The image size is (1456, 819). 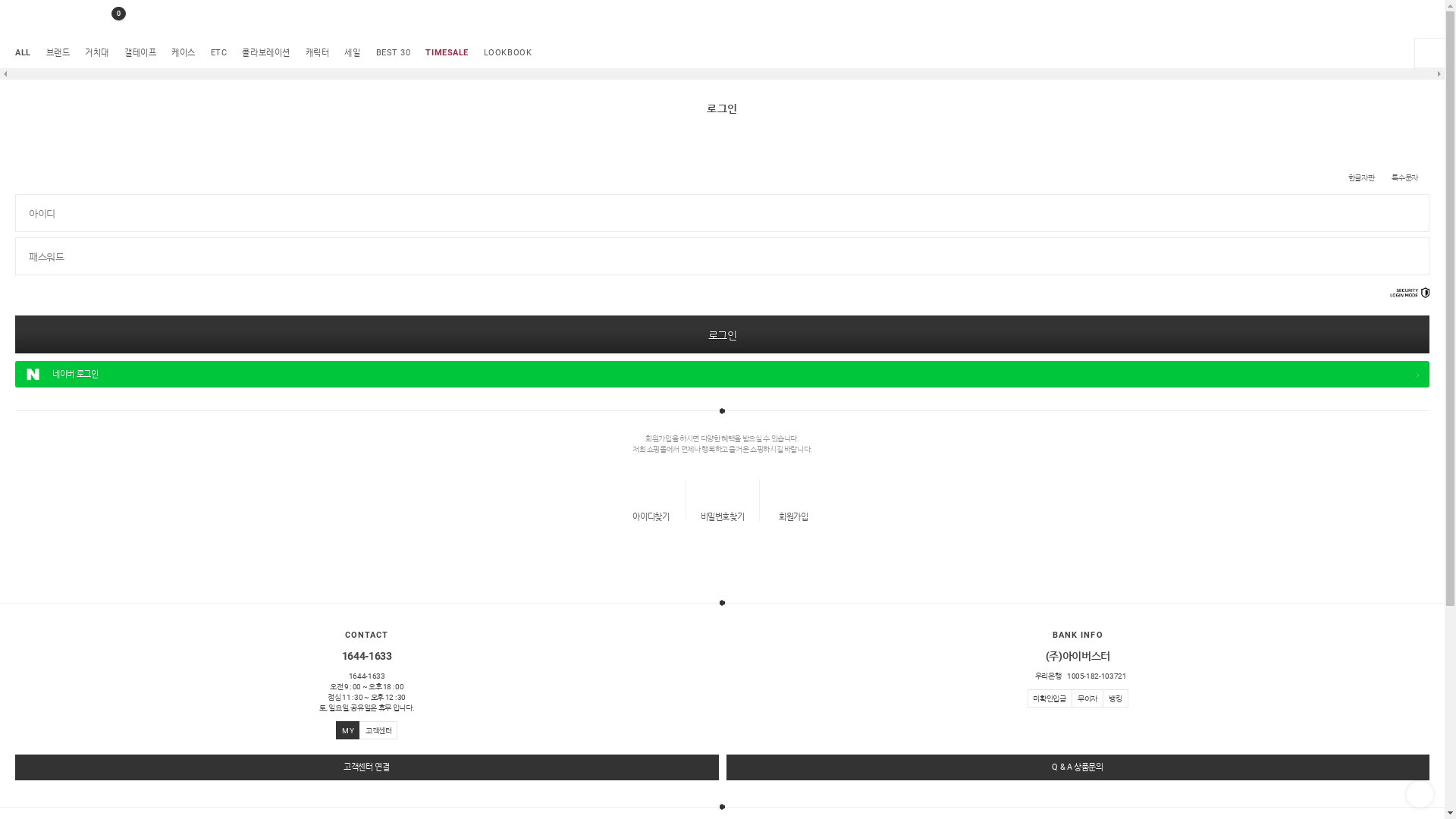 I want to click on '0', so click(x=108, y=18).